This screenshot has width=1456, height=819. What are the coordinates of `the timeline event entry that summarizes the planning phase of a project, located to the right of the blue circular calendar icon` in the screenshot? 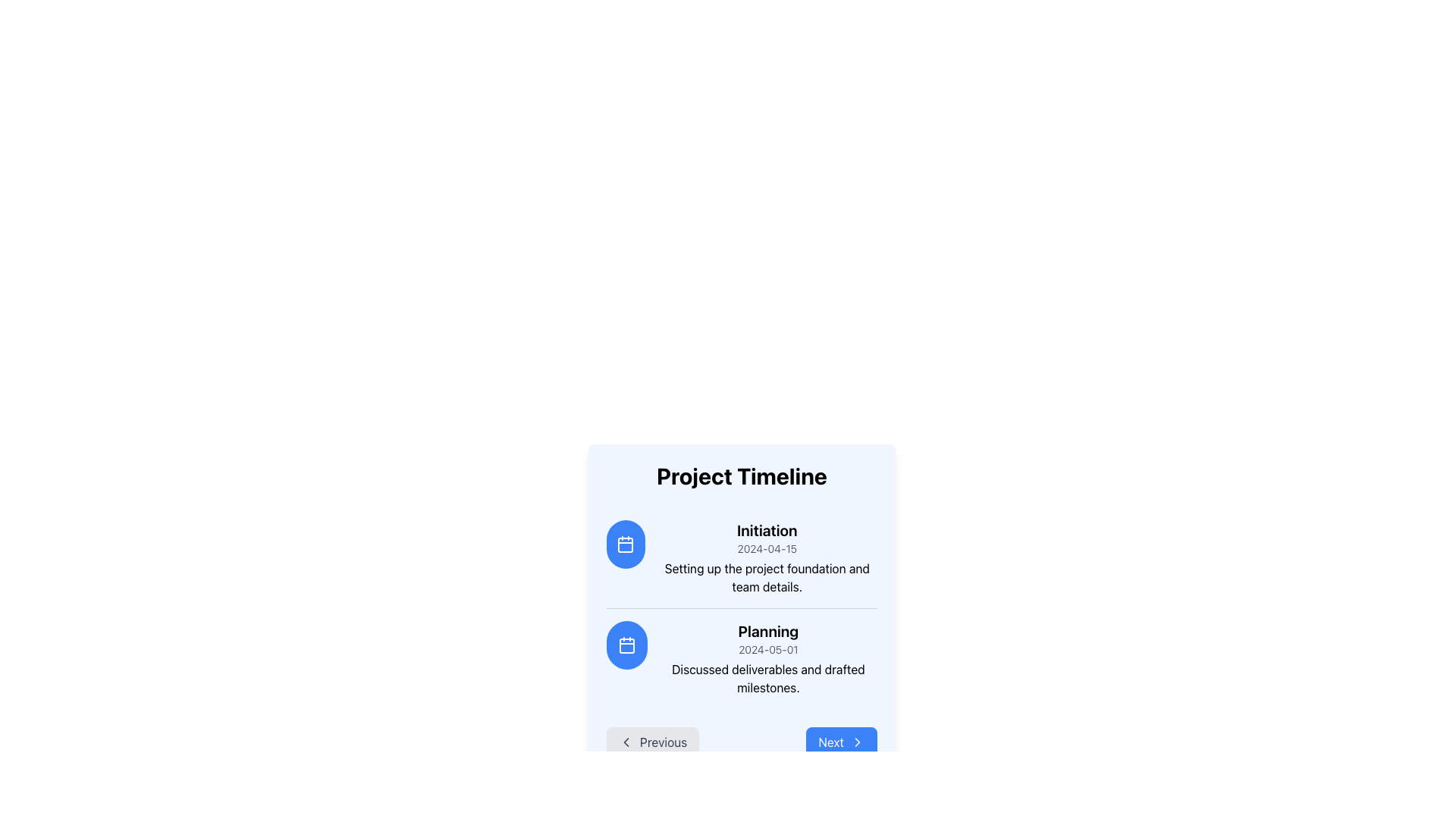 It's located at (768, 657).